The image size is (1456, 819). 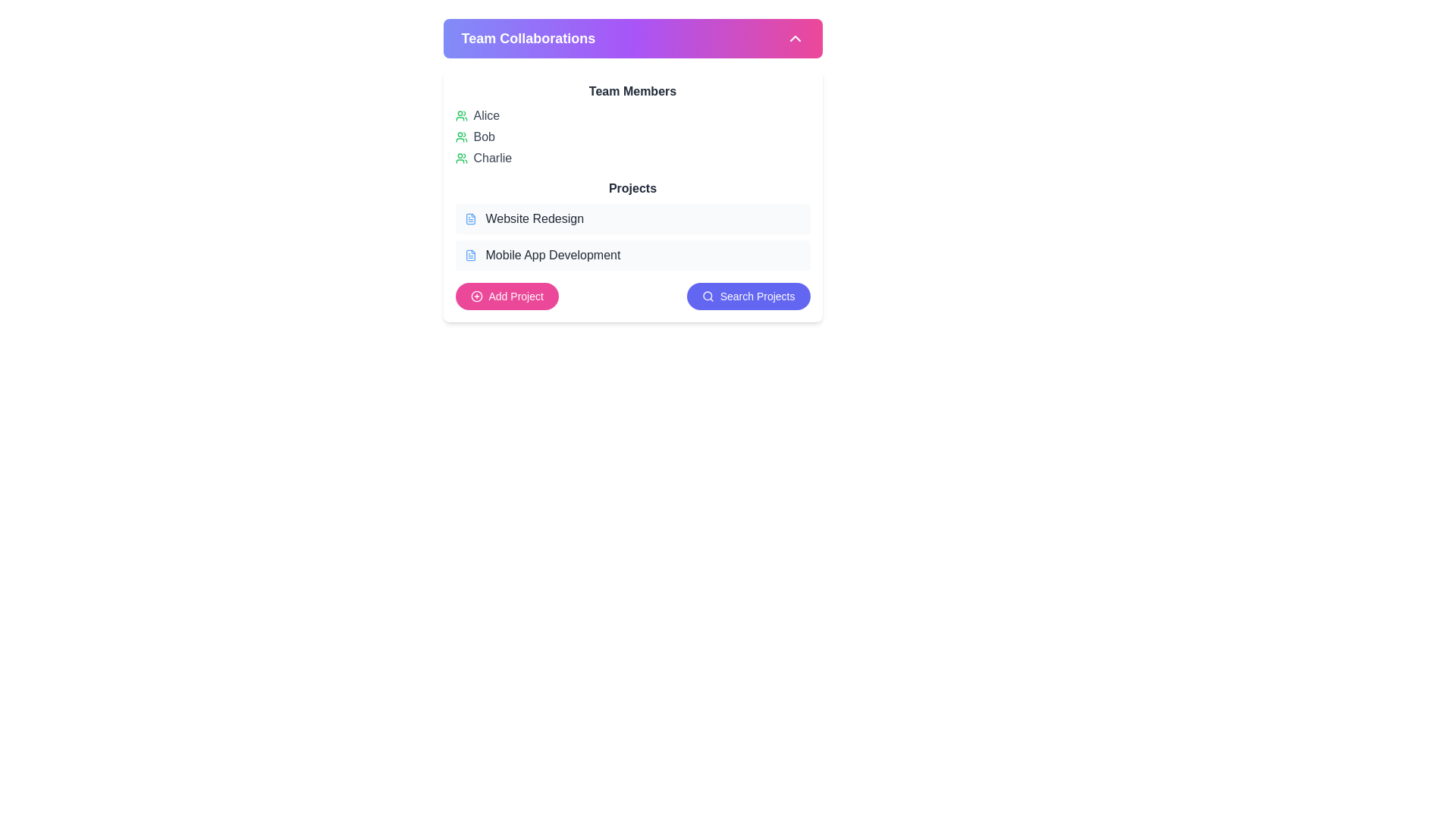 I want to click on the icon representing 'Charlie', which is visually characterized by two green user-like silhouettes and is part of the 'Team Members' list, so click(x=460, y=158).